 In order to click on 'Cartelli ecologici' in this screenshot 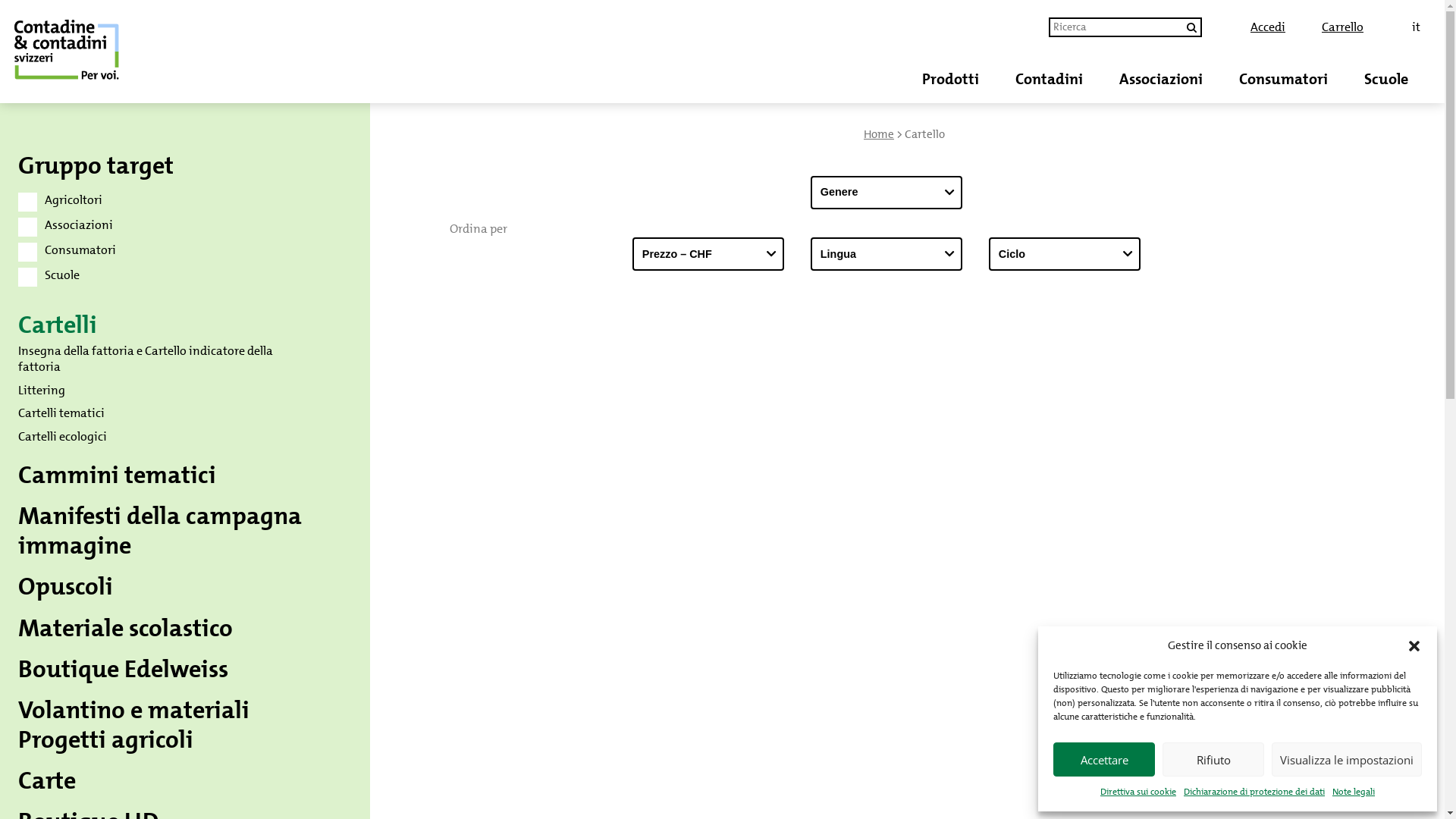, I will do `click(18, 436)`.